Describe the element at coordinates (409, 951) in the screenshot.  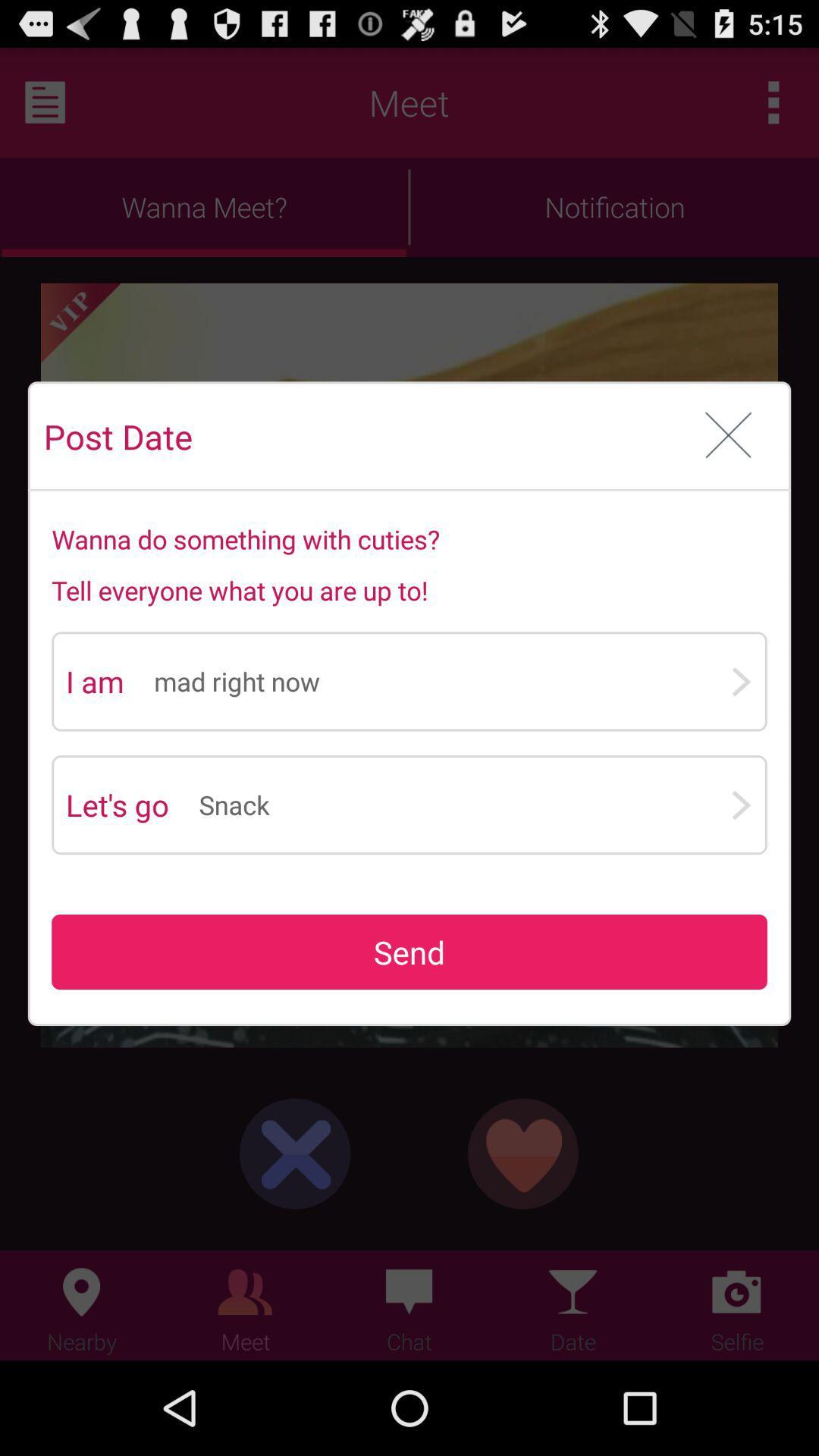
I see `the send button` at that location.